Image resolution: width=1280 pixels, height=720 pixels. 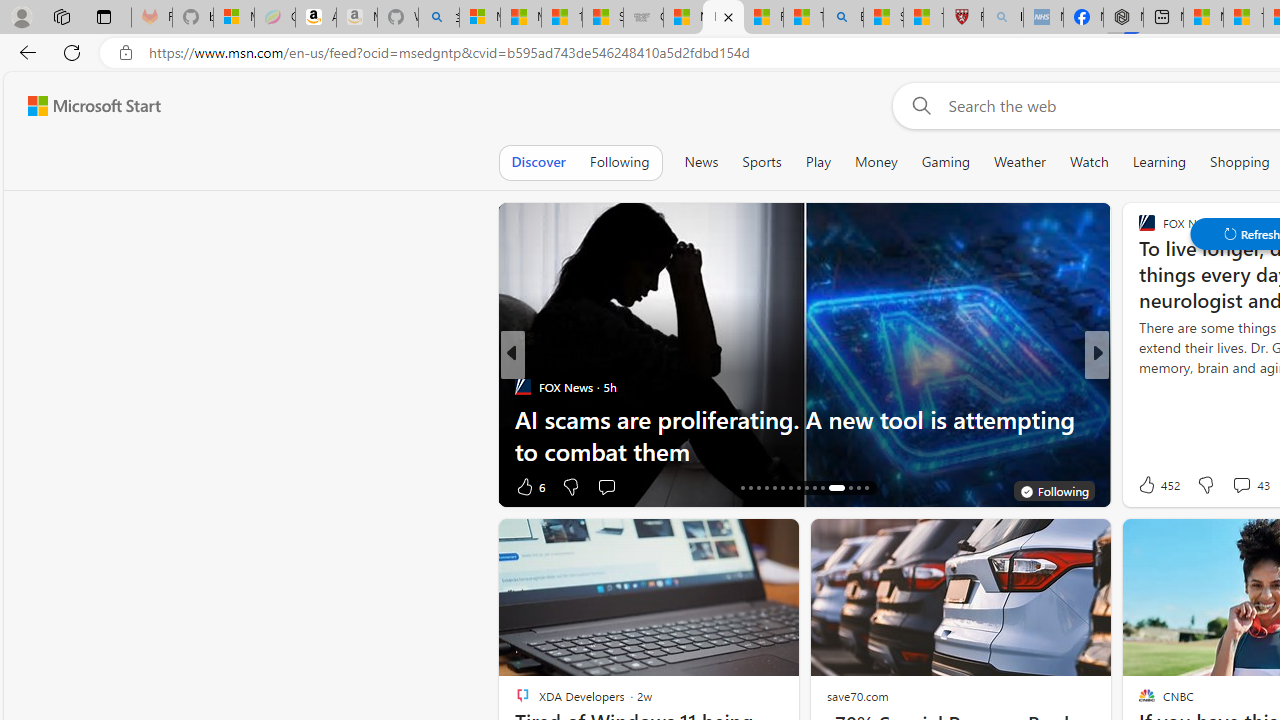 What do you see at coordinates (1234, 486) in the screenshot?
I see `'View comments 197 Comment'` at bounding box center [1234, 486].